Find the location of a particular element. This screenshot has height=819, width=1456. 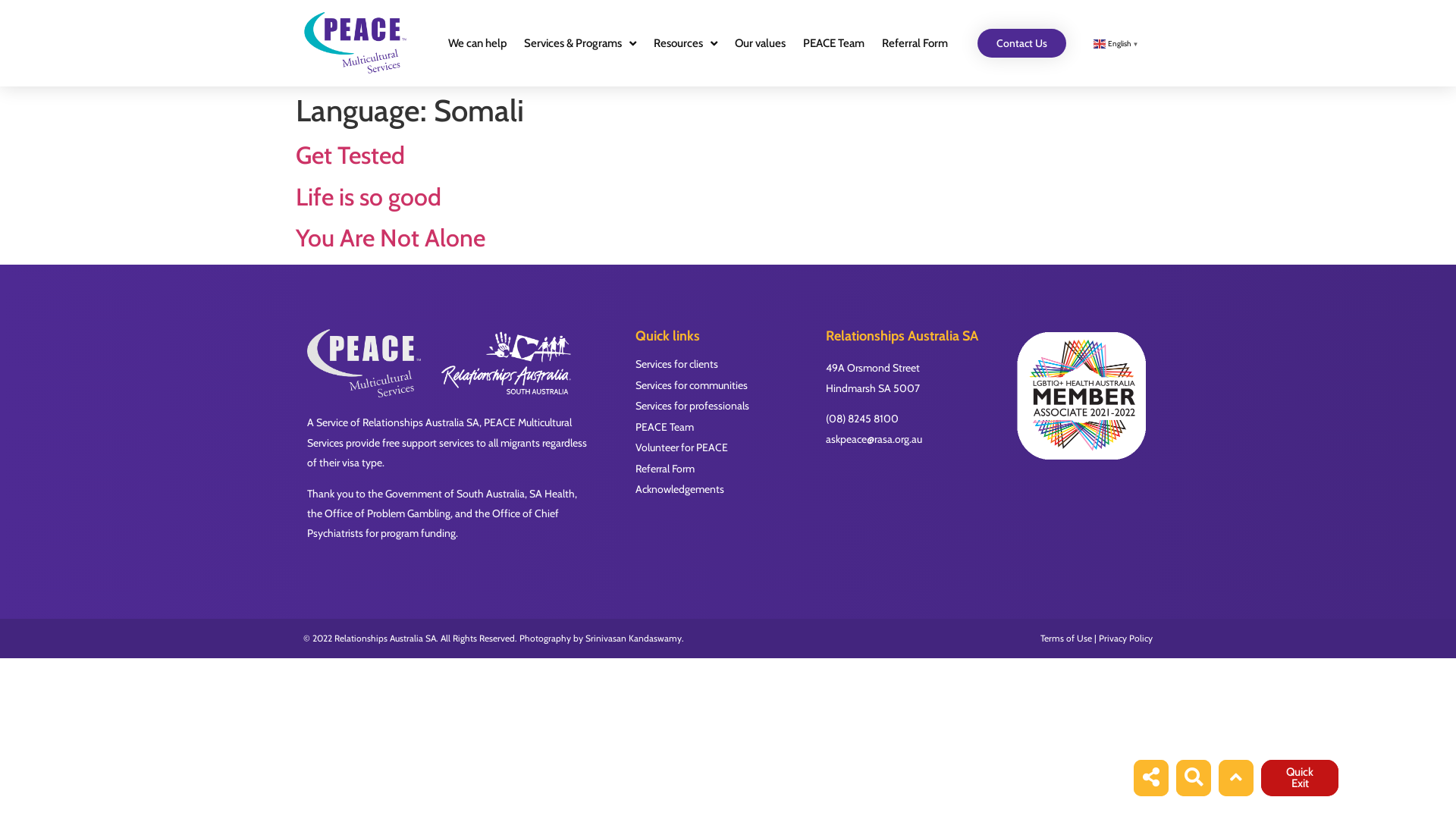

'Terms of Use' is located at coordinates (1065, 638).